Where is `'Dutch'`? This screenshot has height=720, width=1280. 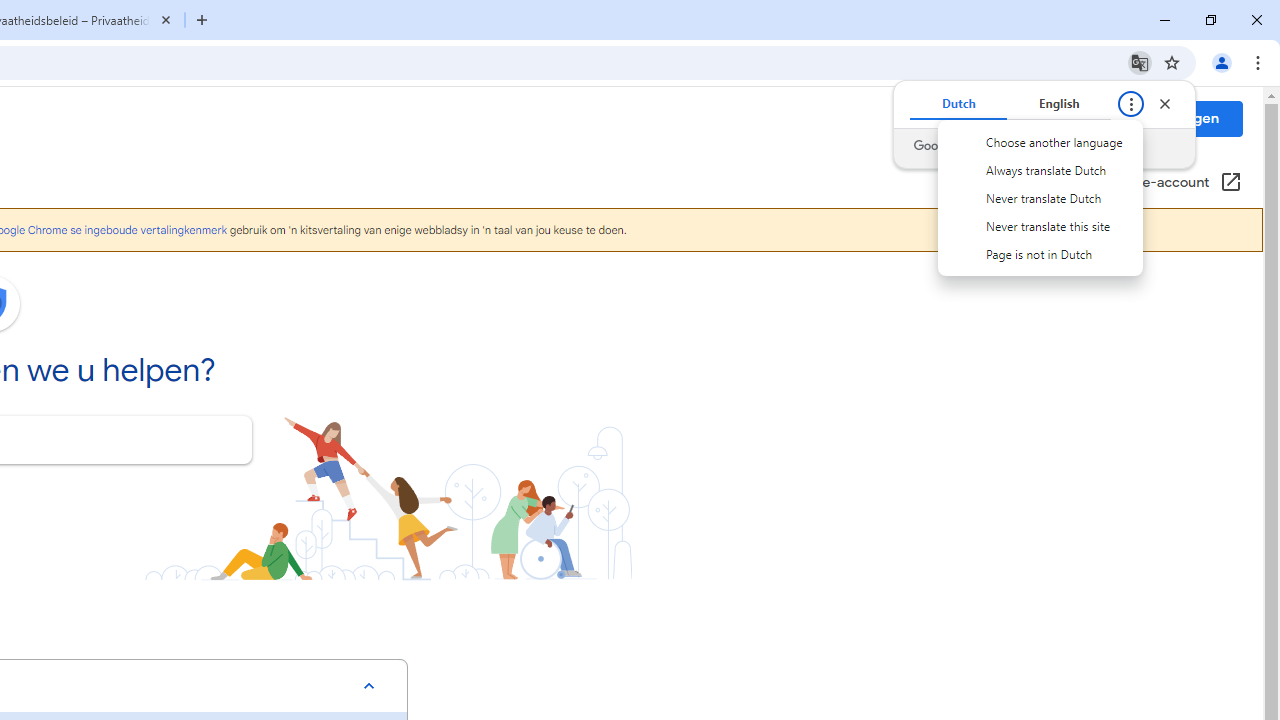
'Dutch' is located at coordinates (957, 104).